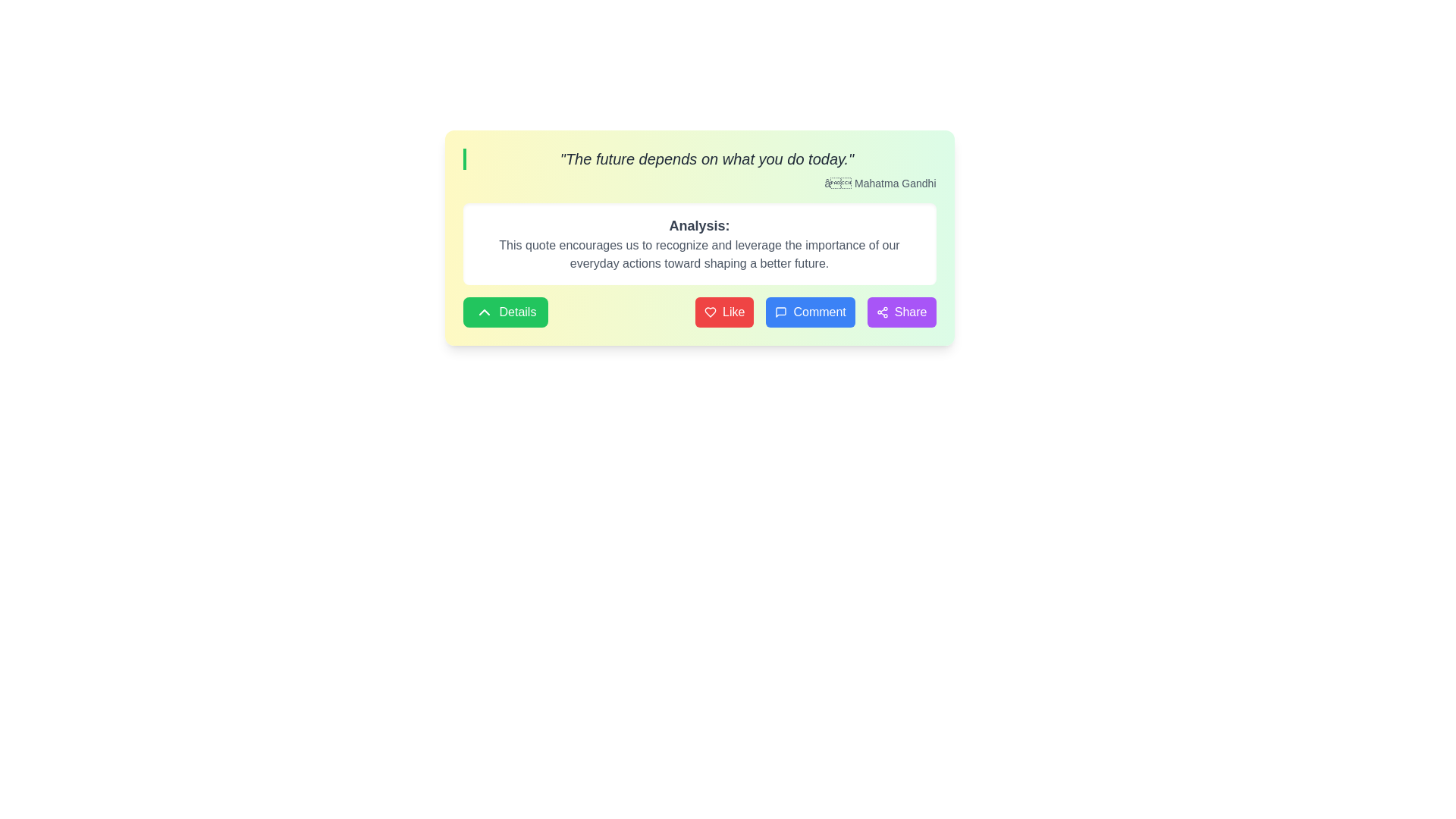  Describe the element at coordinates (483, 312) in the screenshot. I see `the chevron-up icon with a white outline against a green background located within the 'Details' button for interaction` at that location.